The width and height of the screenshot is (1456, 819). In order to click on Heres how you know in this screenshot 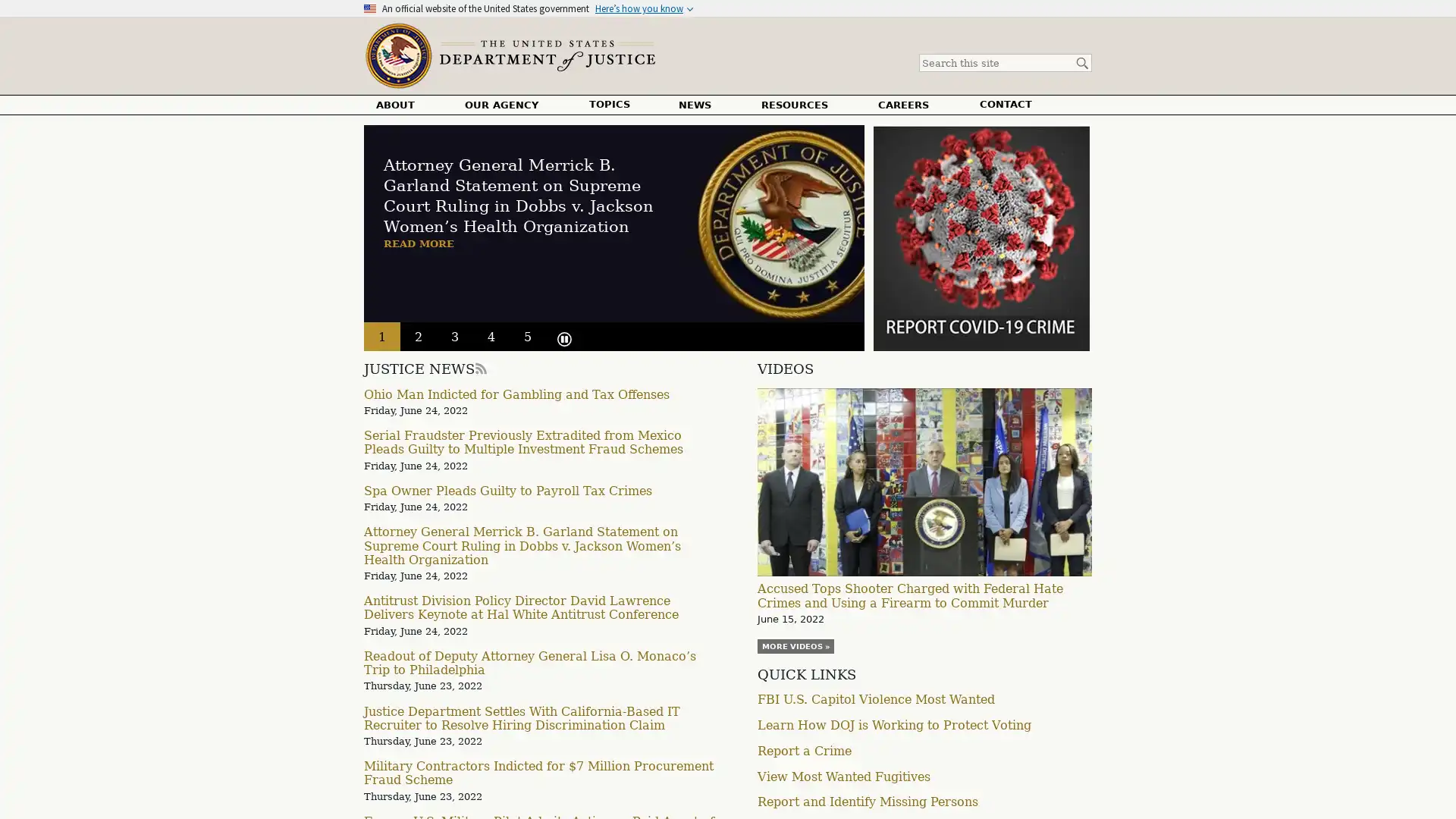, I will do `click(644, 8)`.